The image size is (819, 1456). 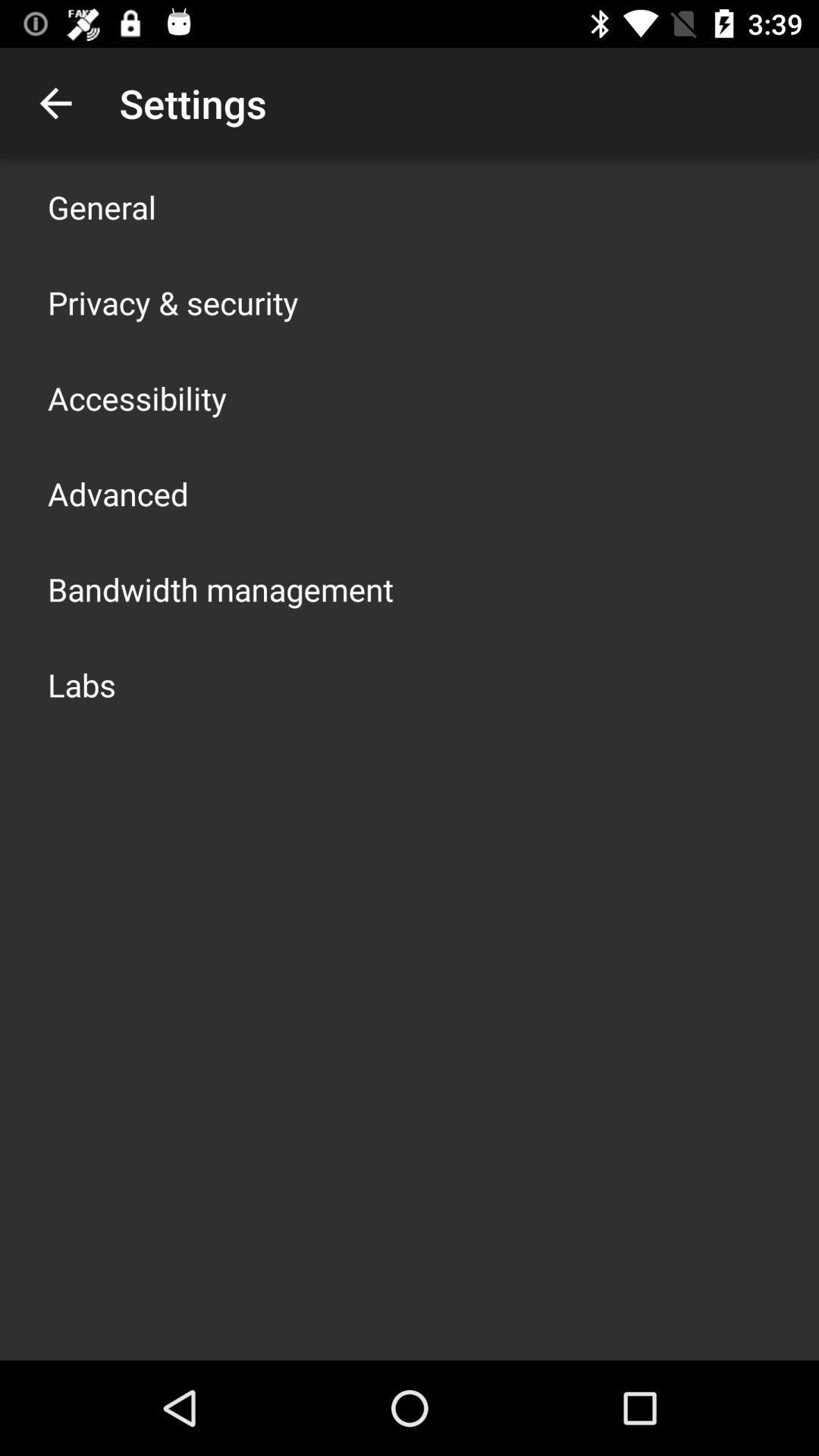 I want to click on general icon, so click(x=102, y=206).